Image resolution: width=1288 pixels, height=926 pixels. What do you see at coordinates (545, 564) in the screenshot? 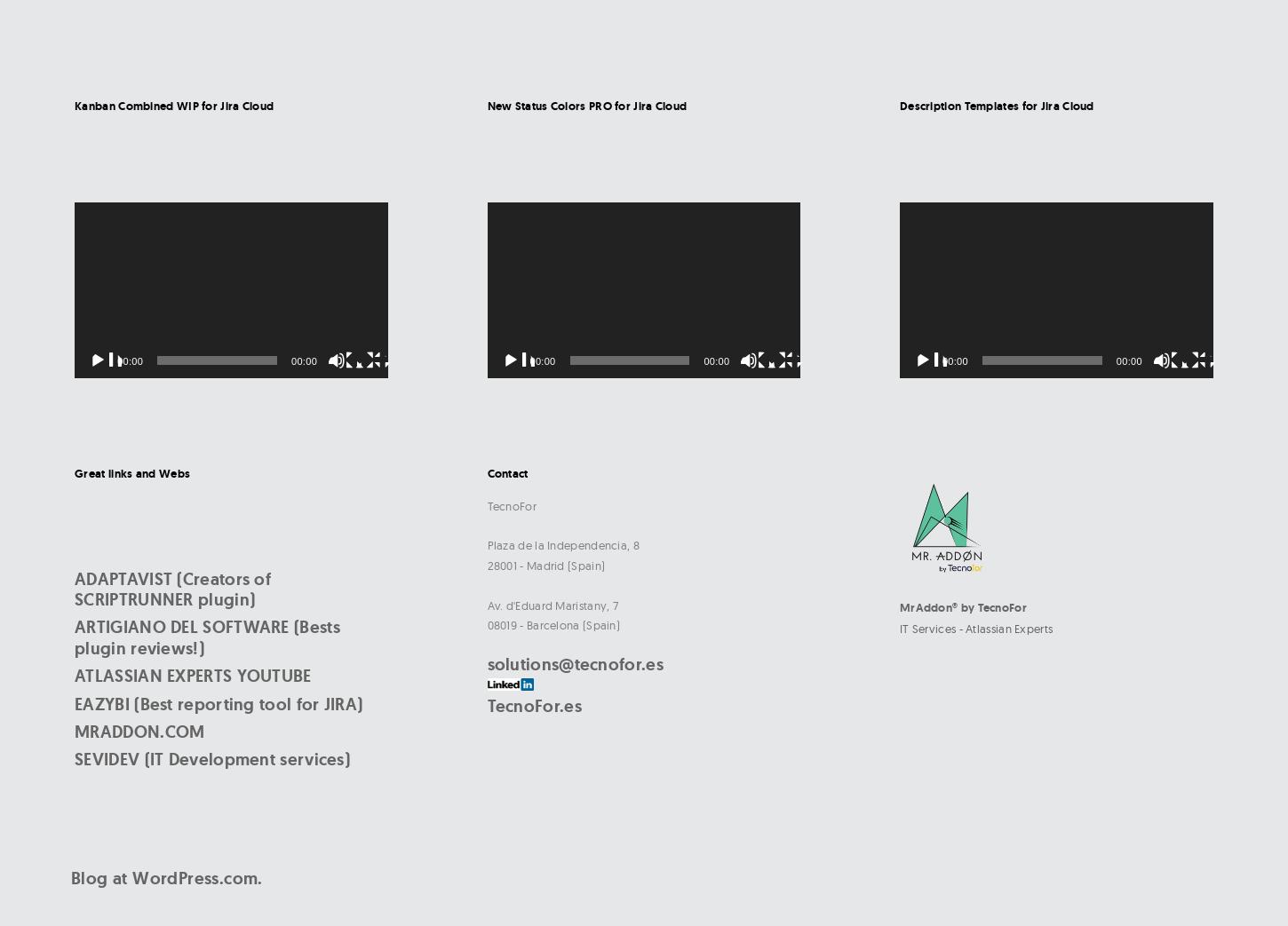
I see `'28001 - Madrid (Spain)'` at bounding box center [545, 564].